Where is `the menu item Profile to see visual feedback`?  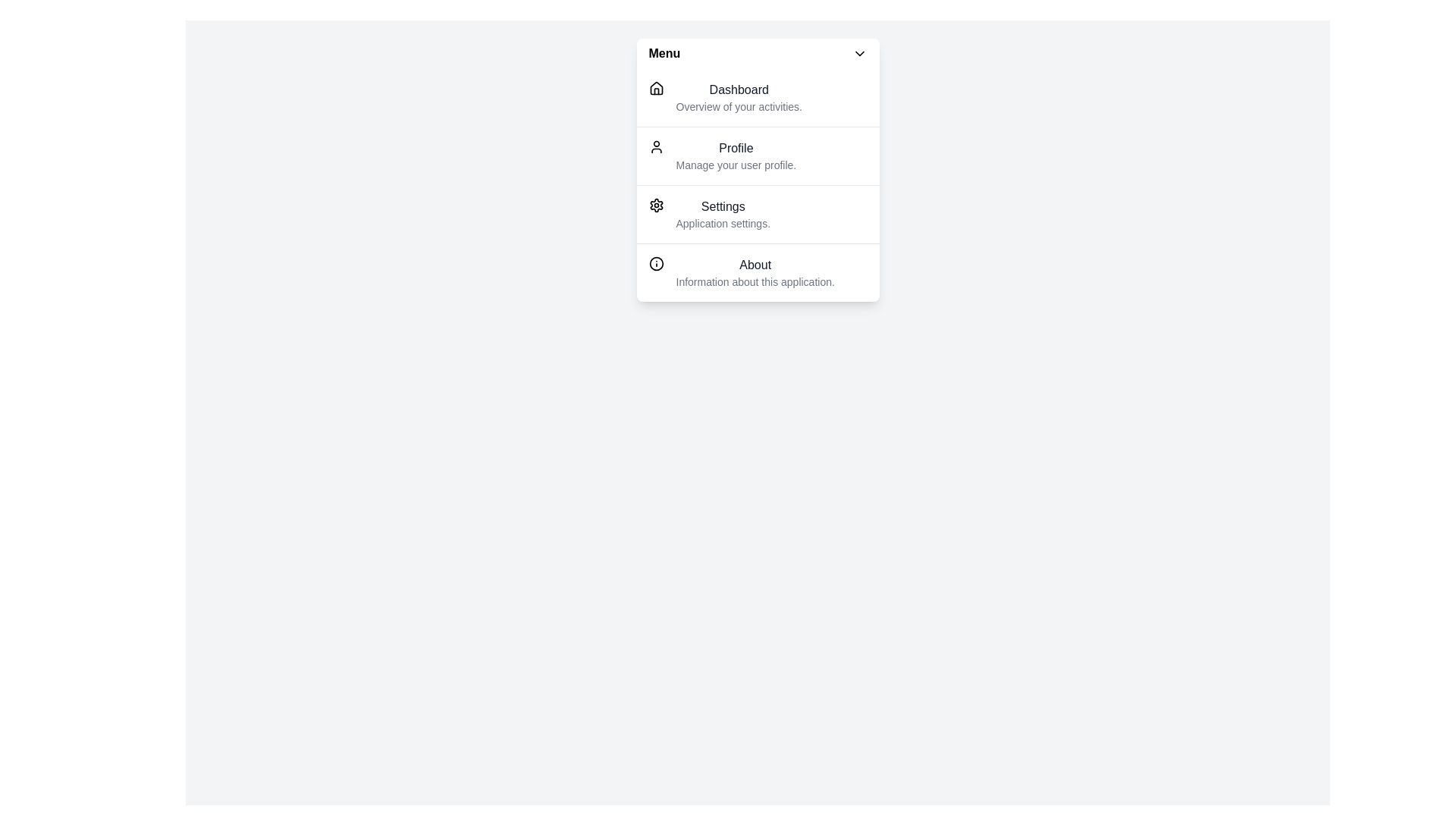
the menu item Profile to see visual feedback is located at coordinates (758, 155).